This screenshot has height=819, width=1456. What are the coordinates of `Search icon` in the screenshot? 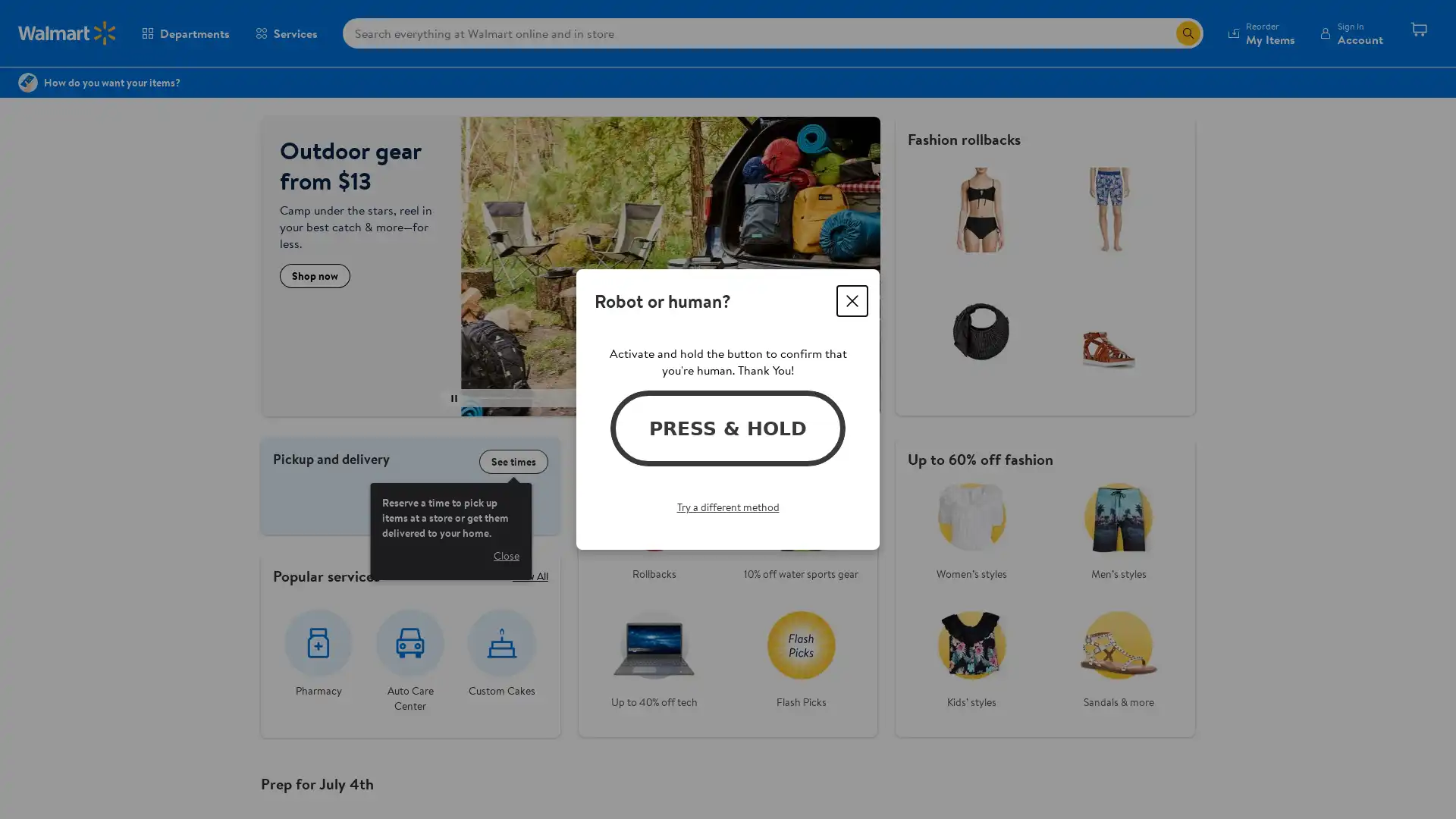 It's located at (1187, 33).